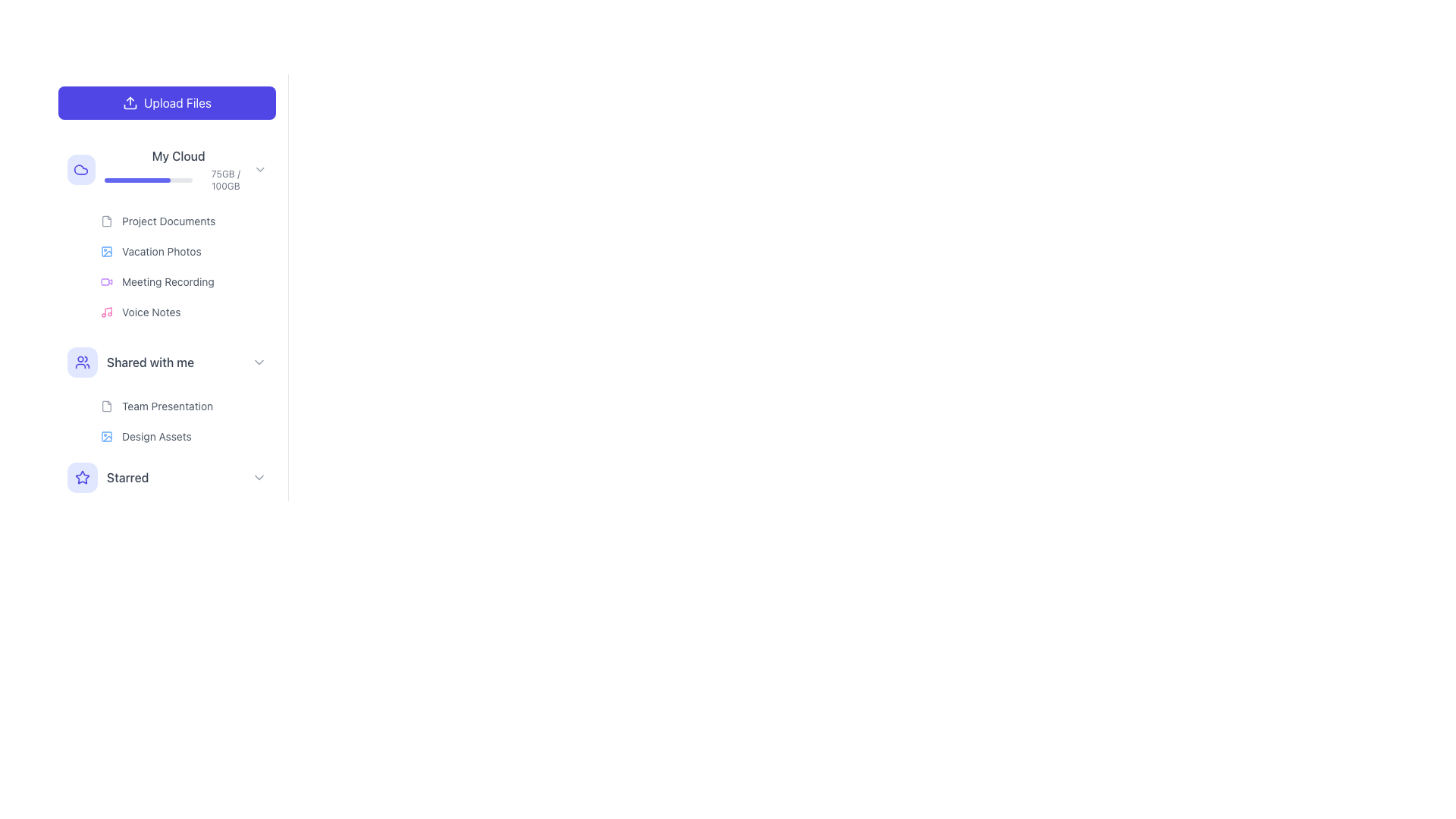  I want to click on the 'Voice Notes' List Item, which represents a file or folder with a size of 125MB, located as the fourth entry under the 'My Cloud' section, so click(184, 312).